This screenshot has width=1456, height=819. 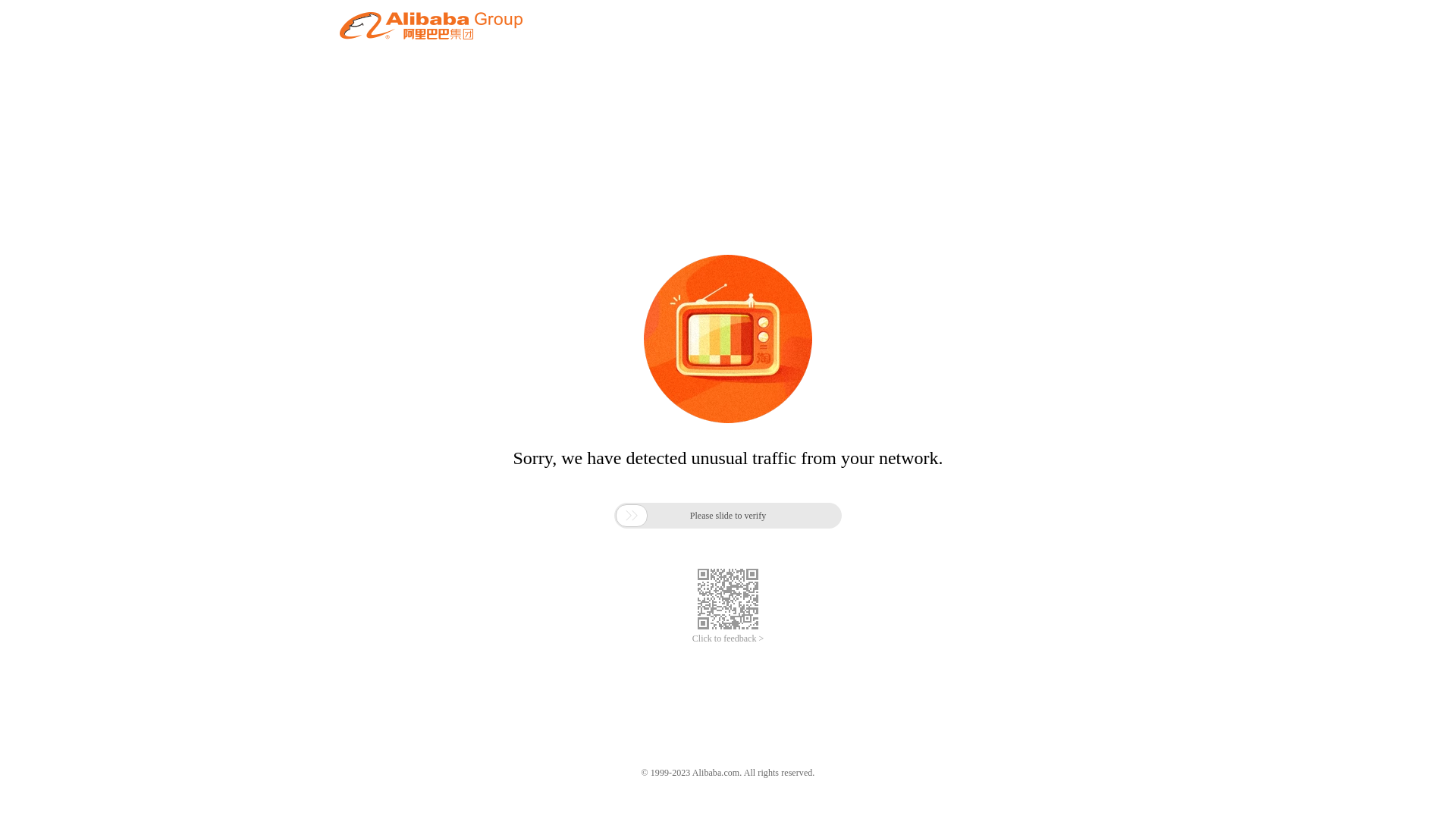 I want to click on 'Click to feedback >', so click(x=728, y=639).